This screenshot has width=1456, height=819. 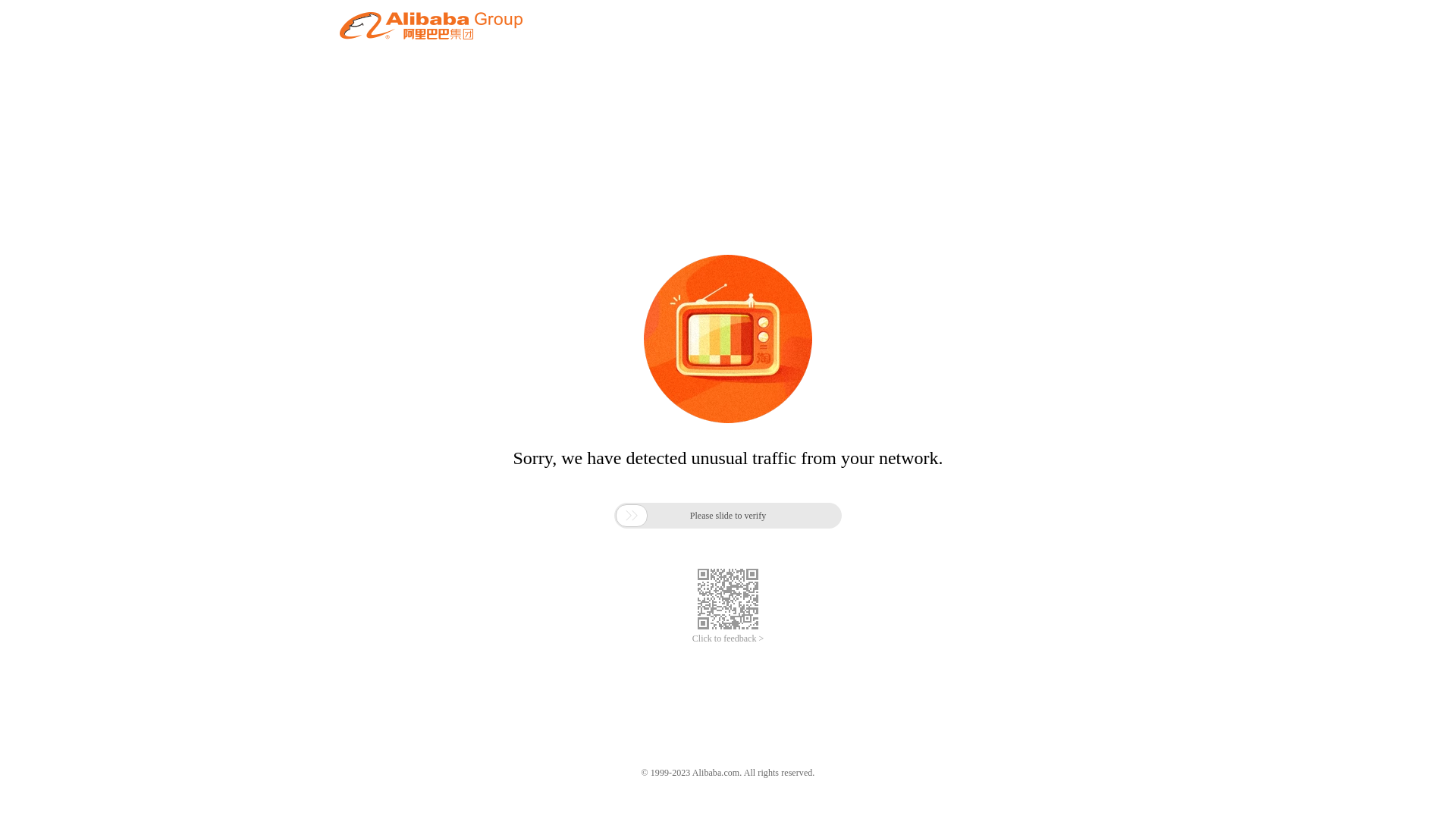 I want to click on 'Click to feedback >', so click(x=728, y=639).